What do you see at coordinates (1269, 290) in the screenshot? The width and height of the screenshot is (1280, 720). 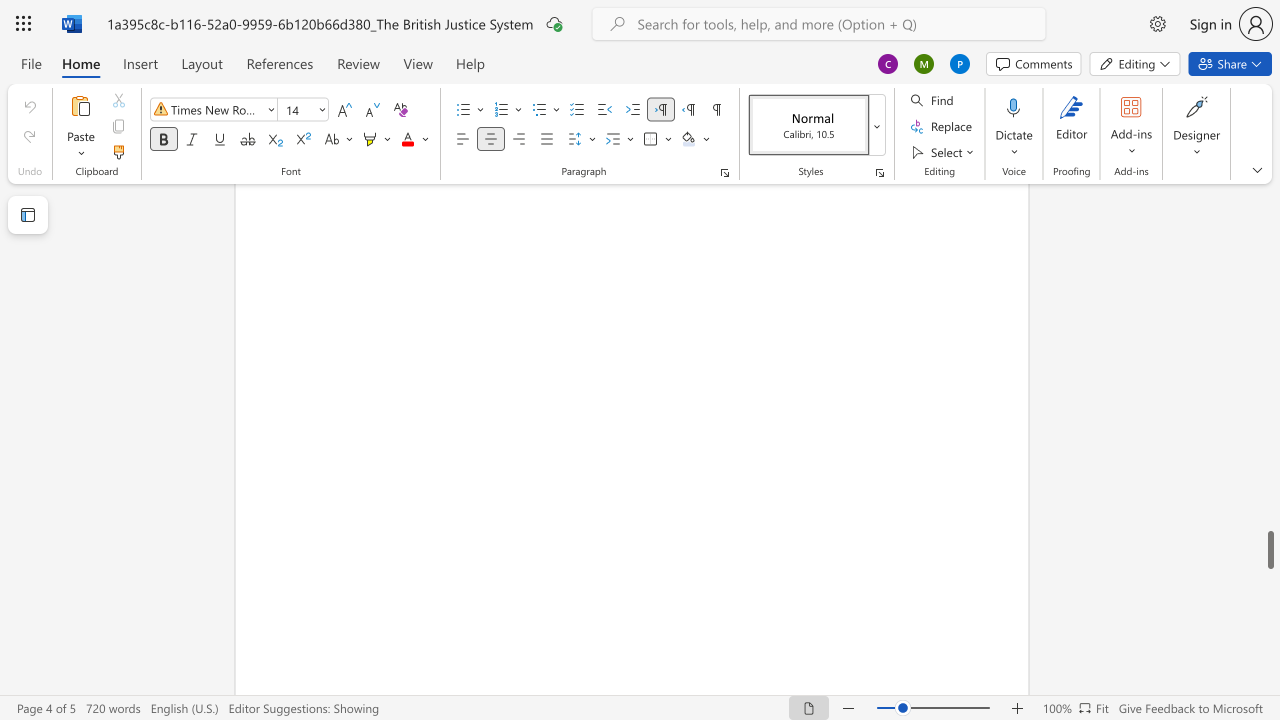 I see `the scrollbar to slide the page up` at bounding box center [1269, 290].